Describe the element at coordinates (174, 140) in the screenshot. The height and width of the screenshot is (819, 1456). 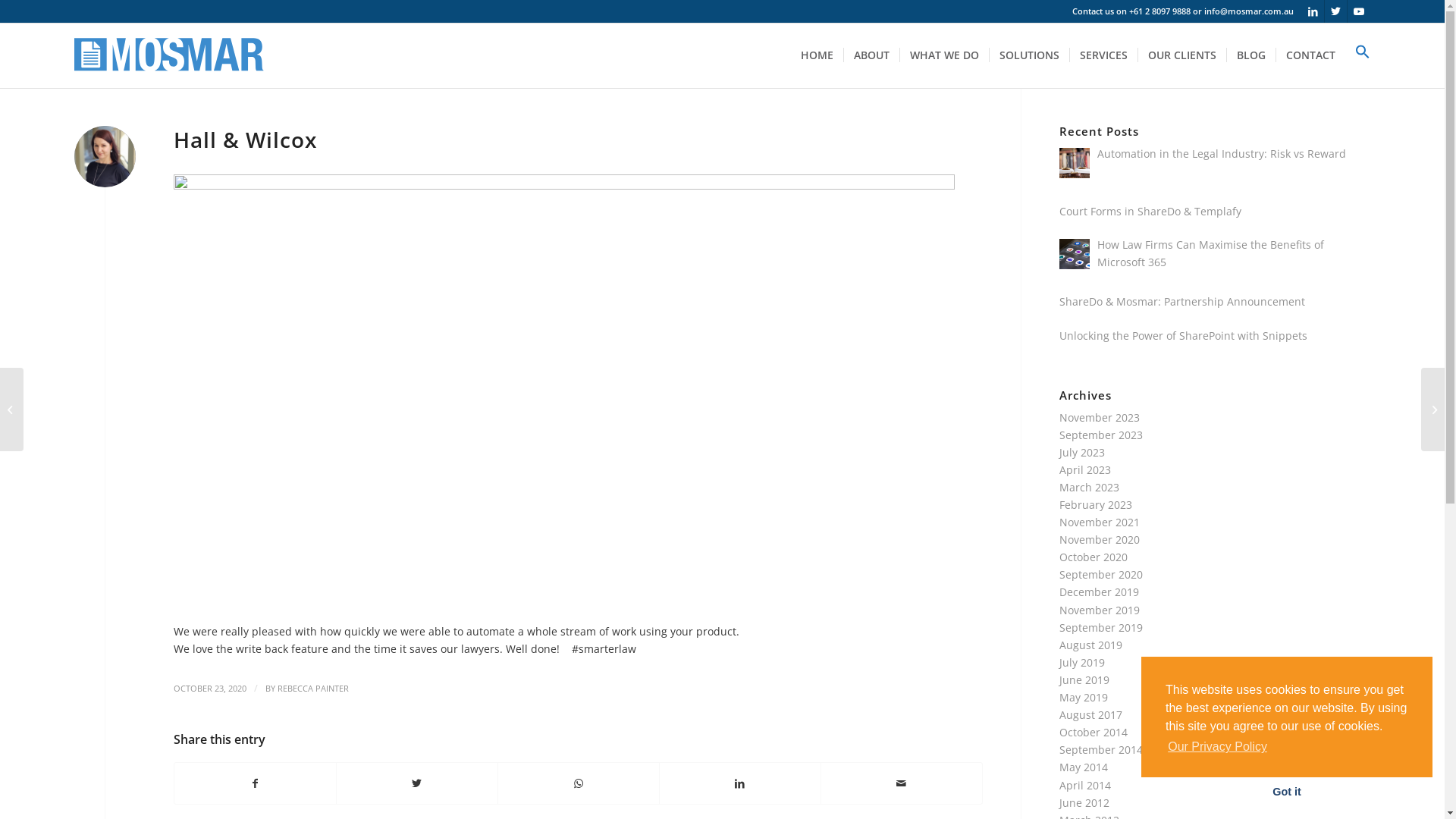
I see `'Hall & Wilcox'` at that location.